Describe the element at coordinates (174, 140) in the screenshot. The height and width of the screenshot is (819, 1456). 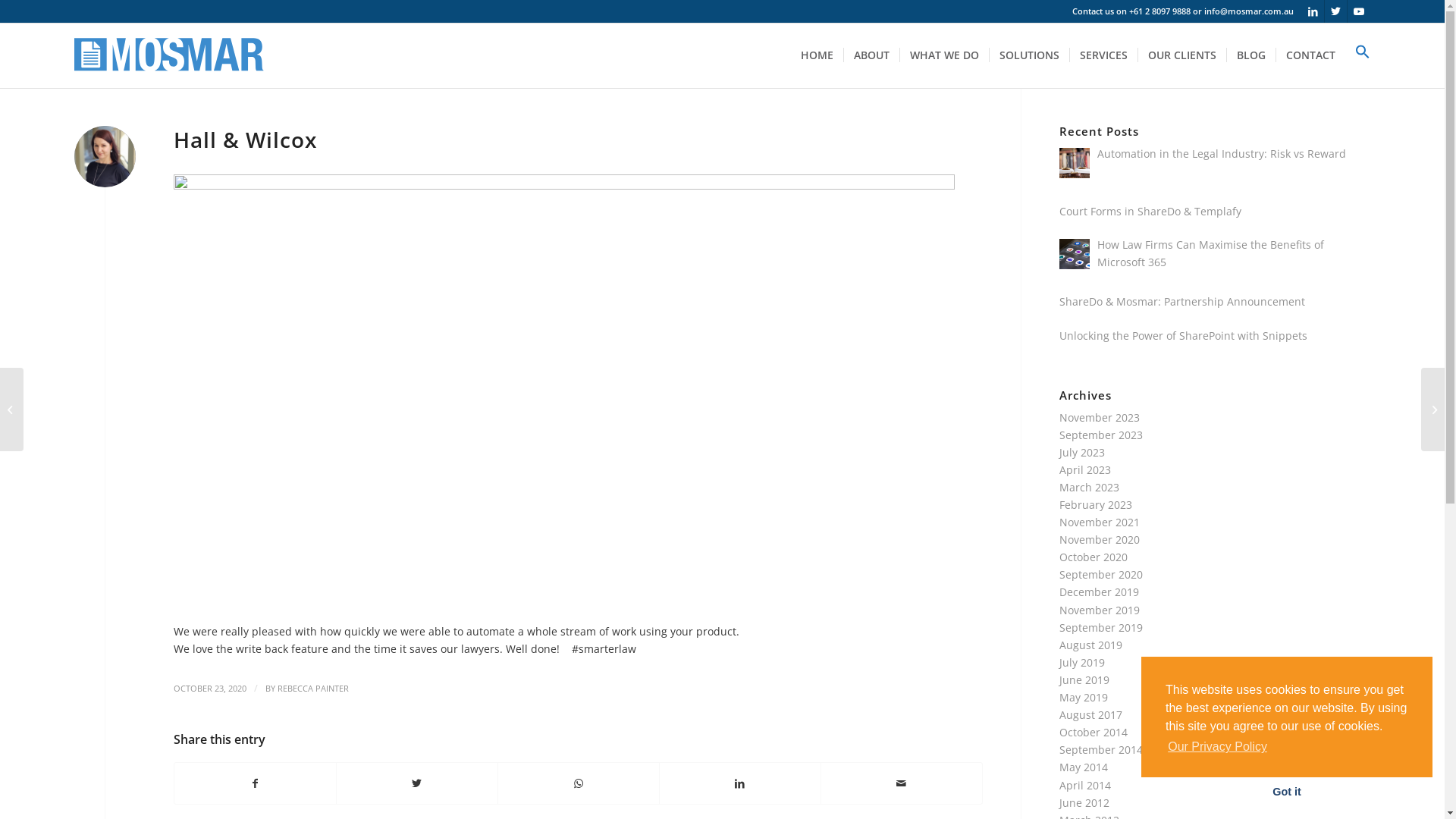
I see `'Hall & Wilcox'` at that location.